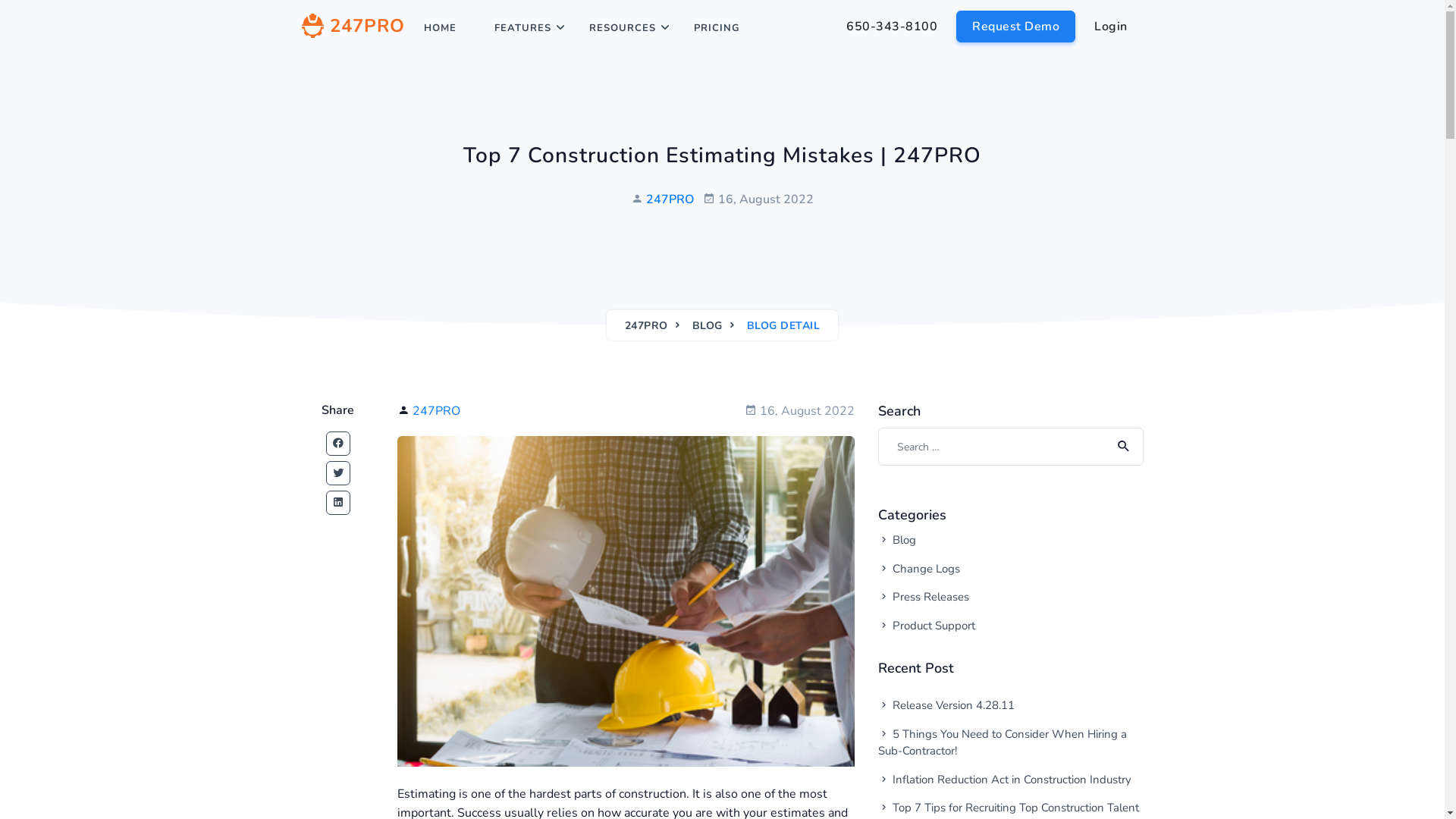  I want to click on 'Click to share on Twitter', so click(337, 472).